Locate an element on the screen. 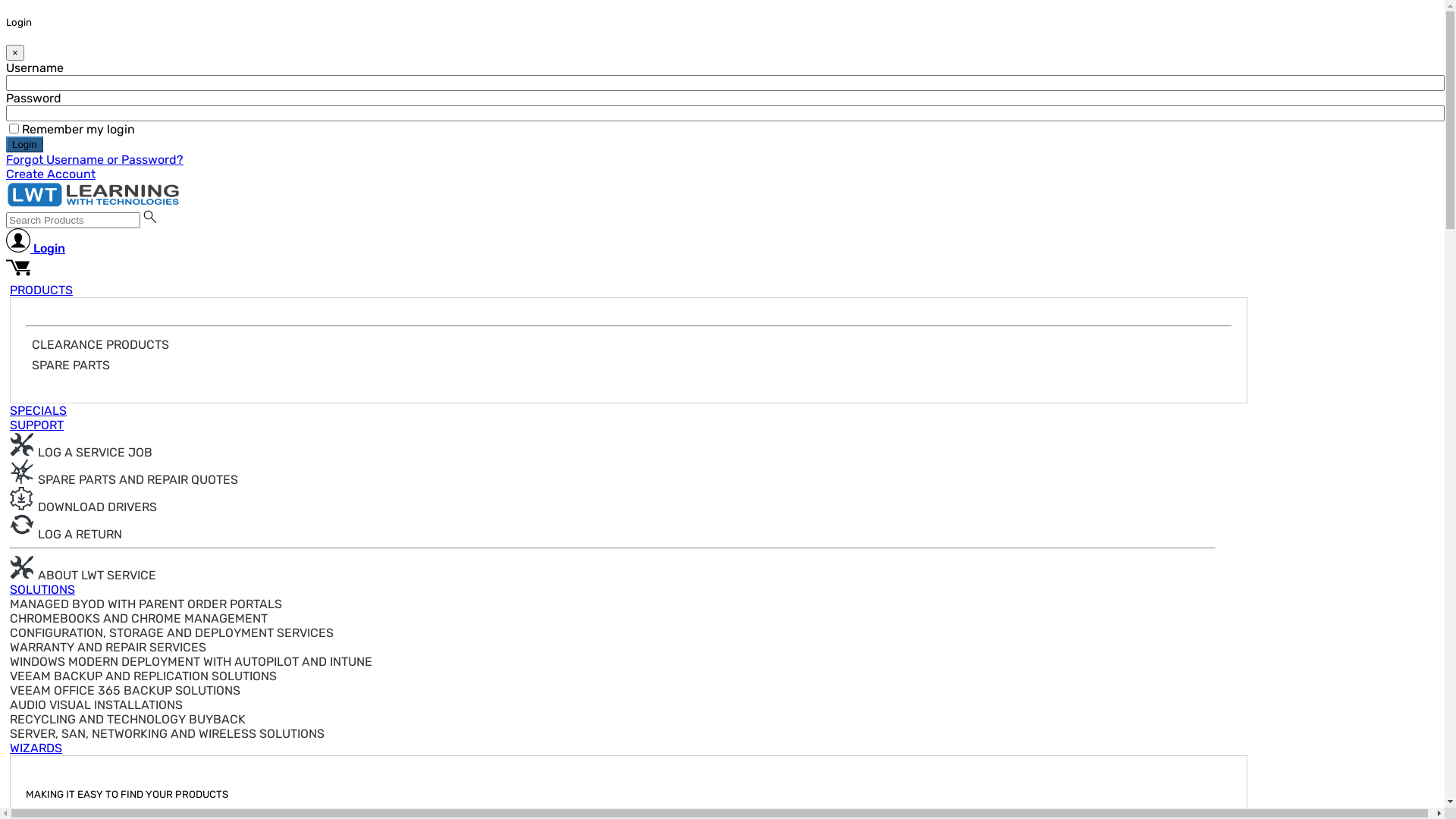 The width and height of the screenshot is (1456, 819). 'DOWNLOAD DRIVERS' is located at coordinates (83, 507).